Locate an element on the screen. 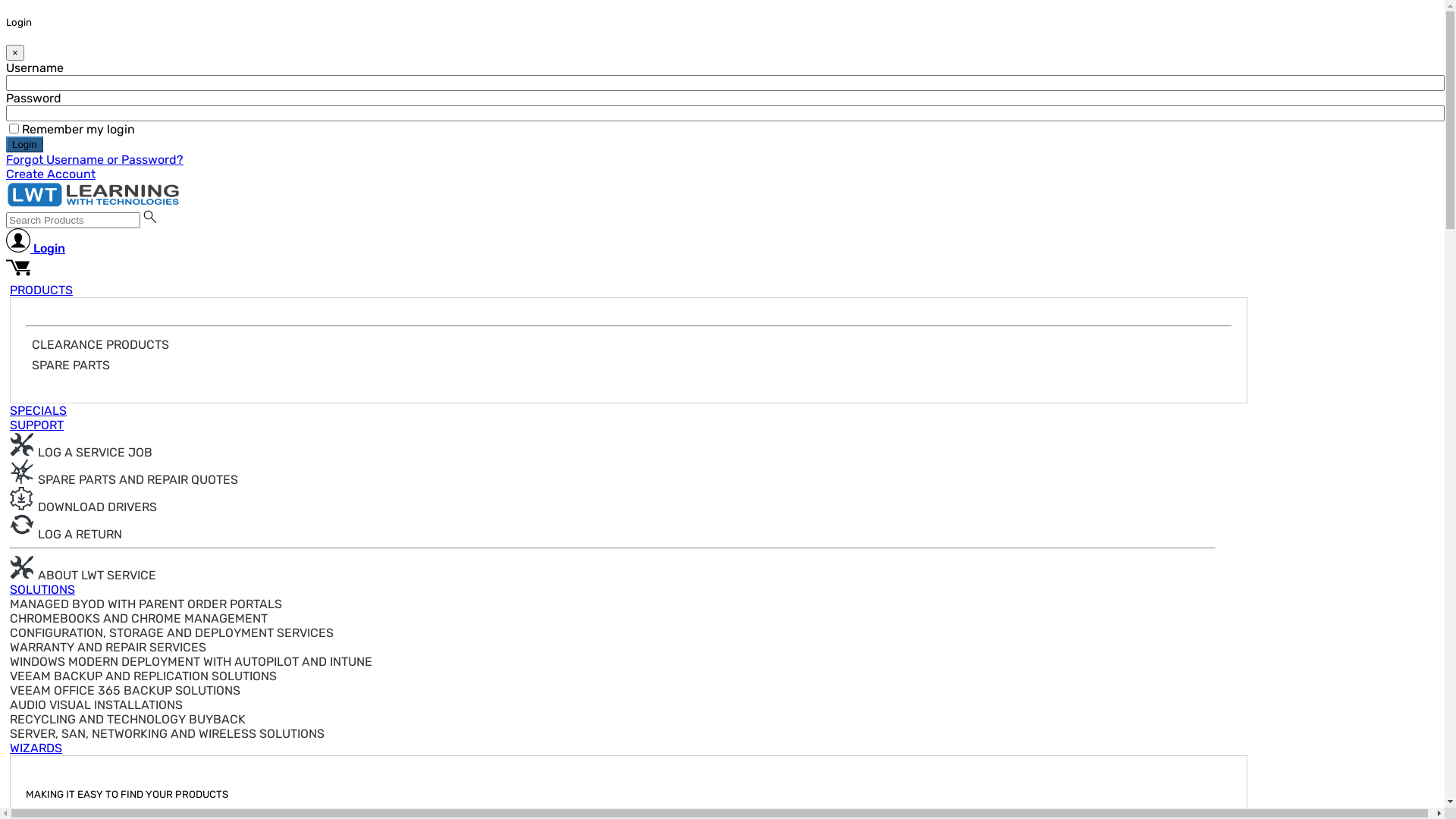 The width and height of the screenshot is (1456, 819). 'DOWNLOAD DRIVERS' is located at coordinates (83, 507).